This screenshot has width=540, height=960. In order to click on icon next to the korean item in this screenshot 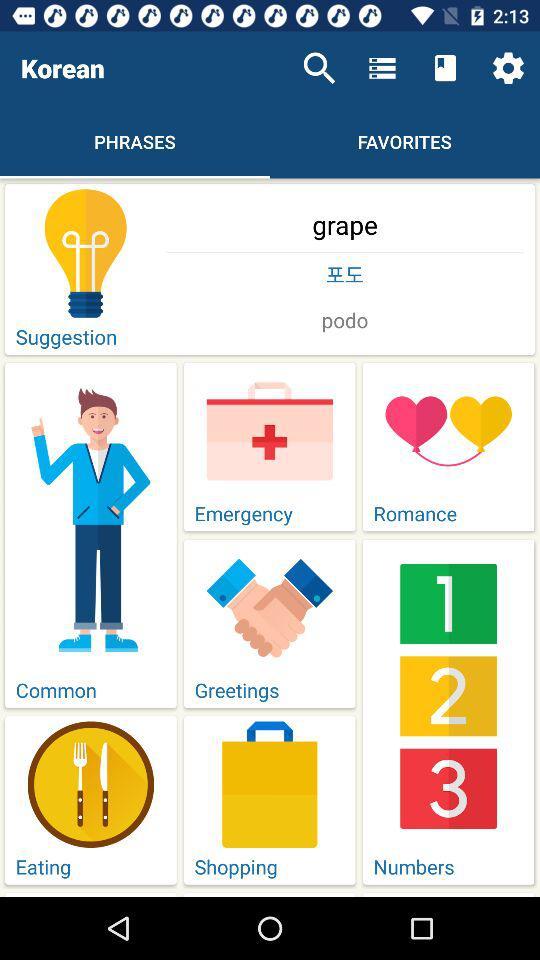, I will do `click(319, 68)`.